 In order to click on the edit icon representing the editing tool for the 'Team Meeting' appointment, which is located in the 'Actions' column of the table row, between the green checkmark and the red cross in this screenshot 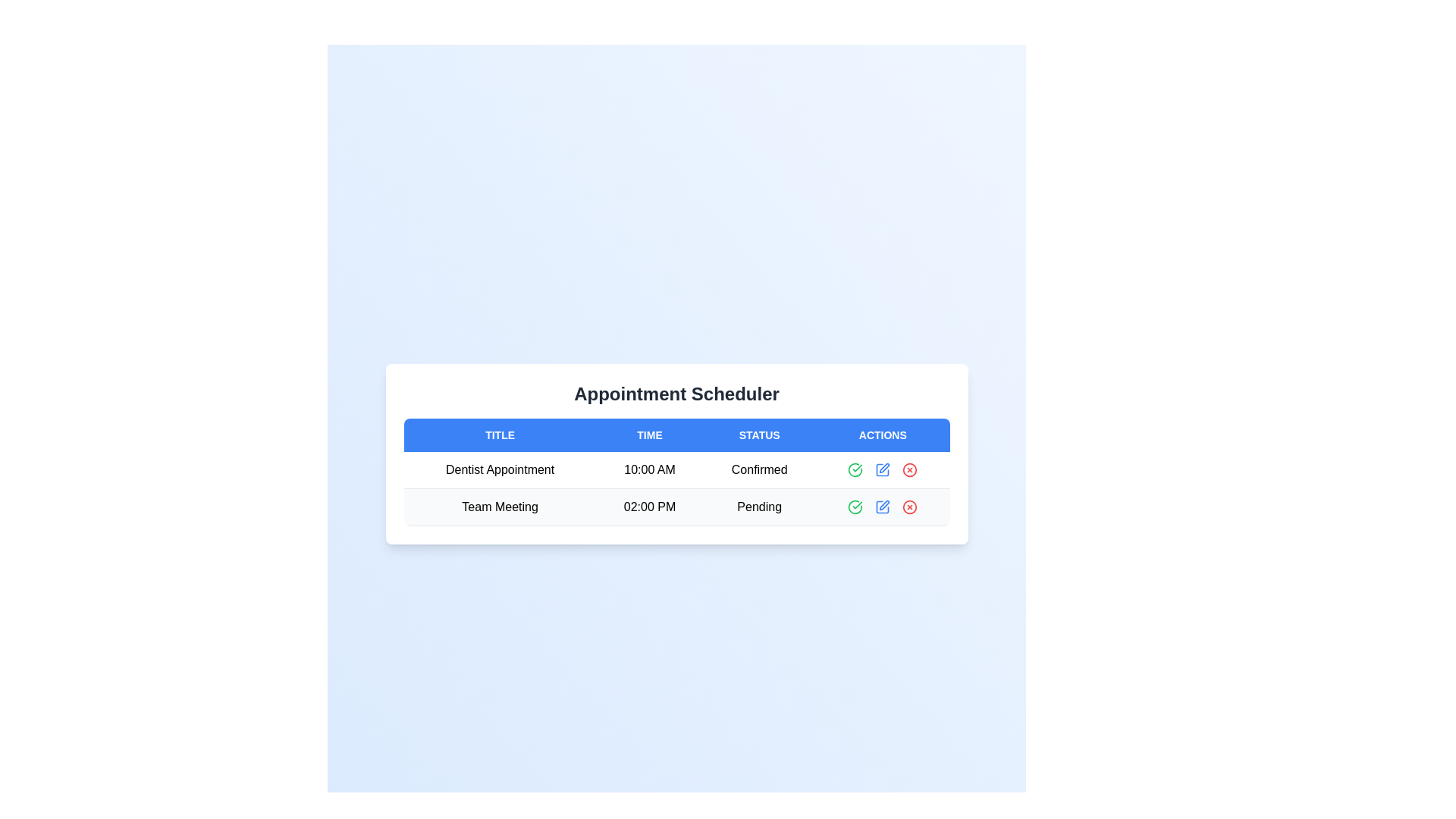, I will do `click(884, 467)`.